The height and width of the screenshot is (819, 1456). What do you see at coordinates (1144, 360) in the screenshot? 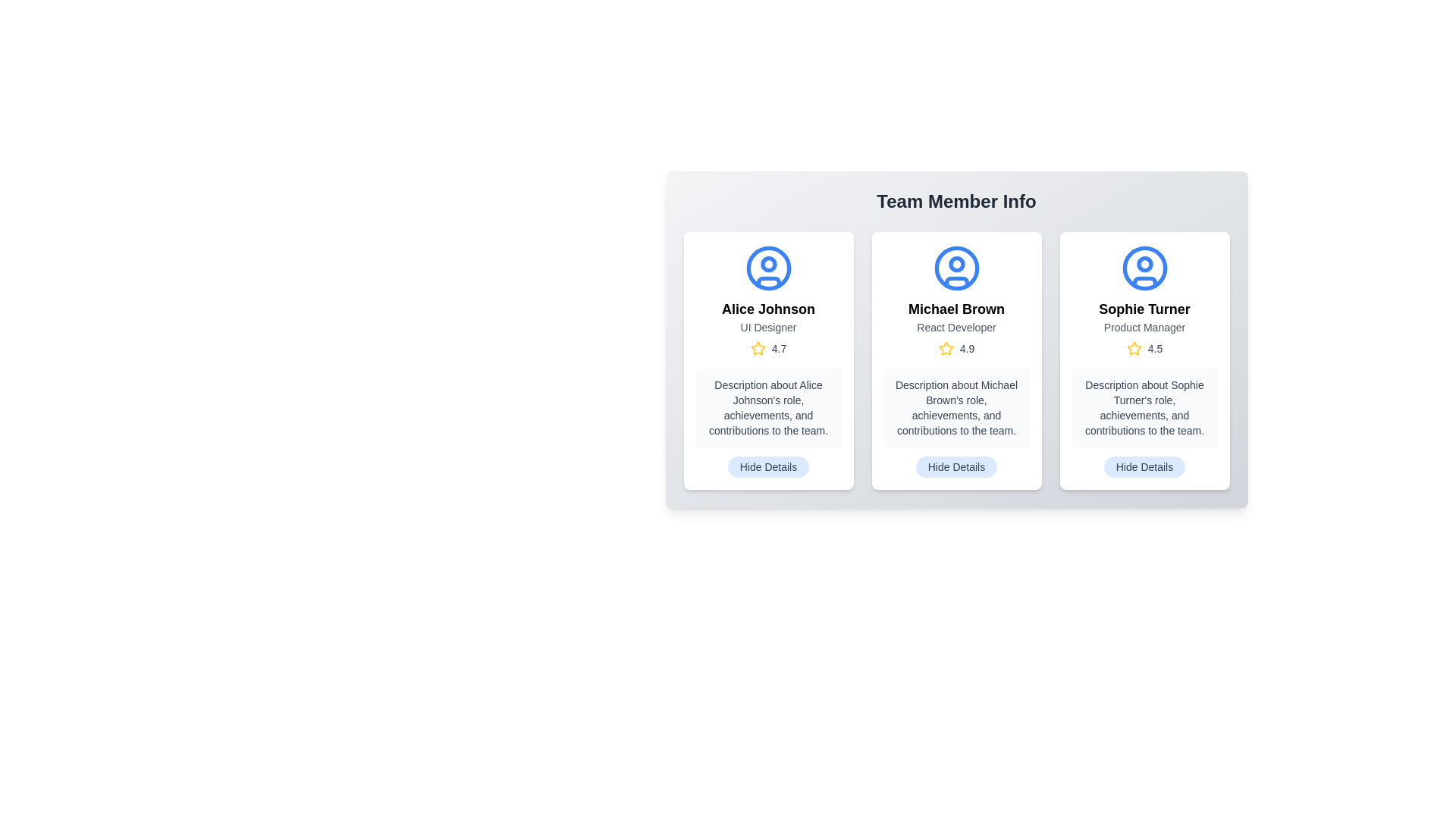
I see `the profile card for Sophie Turner, the third card in the horizontal grid layout` at bounding box center [1144, 360].